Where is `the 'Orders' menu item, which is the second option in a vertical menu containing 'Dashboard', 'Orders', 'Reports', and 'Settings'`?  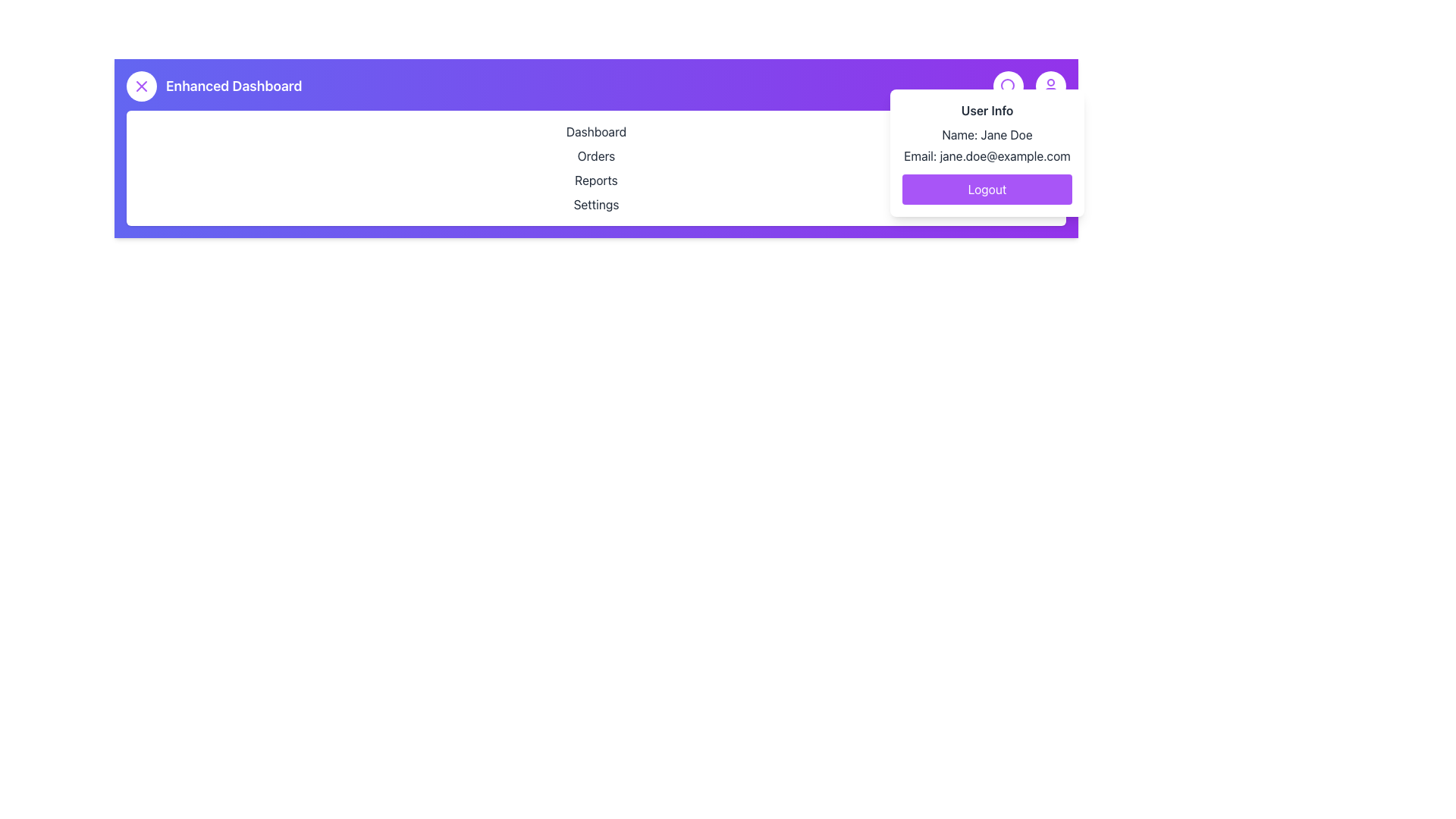
the 'Orders' menu item, which is the second option in a vertical menu containing 'Dashboard', 'Orders', 'Reports', and 'Settings' is located at coordinates (595, 155).